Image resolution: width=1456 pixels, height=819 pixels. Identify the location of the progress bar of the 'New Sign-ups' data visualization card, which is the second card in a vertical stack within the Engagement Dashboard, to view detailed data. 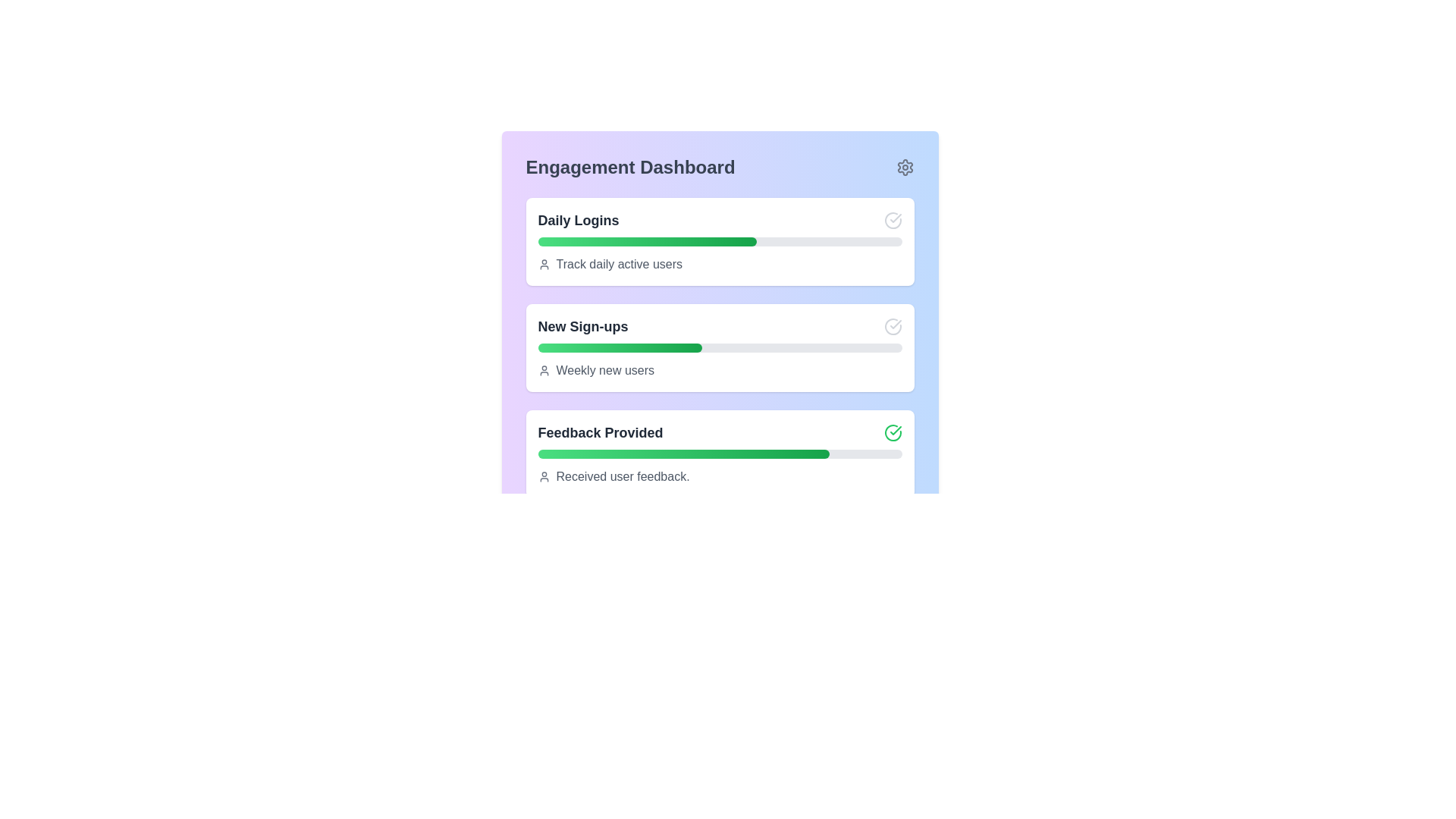
(719, 348).